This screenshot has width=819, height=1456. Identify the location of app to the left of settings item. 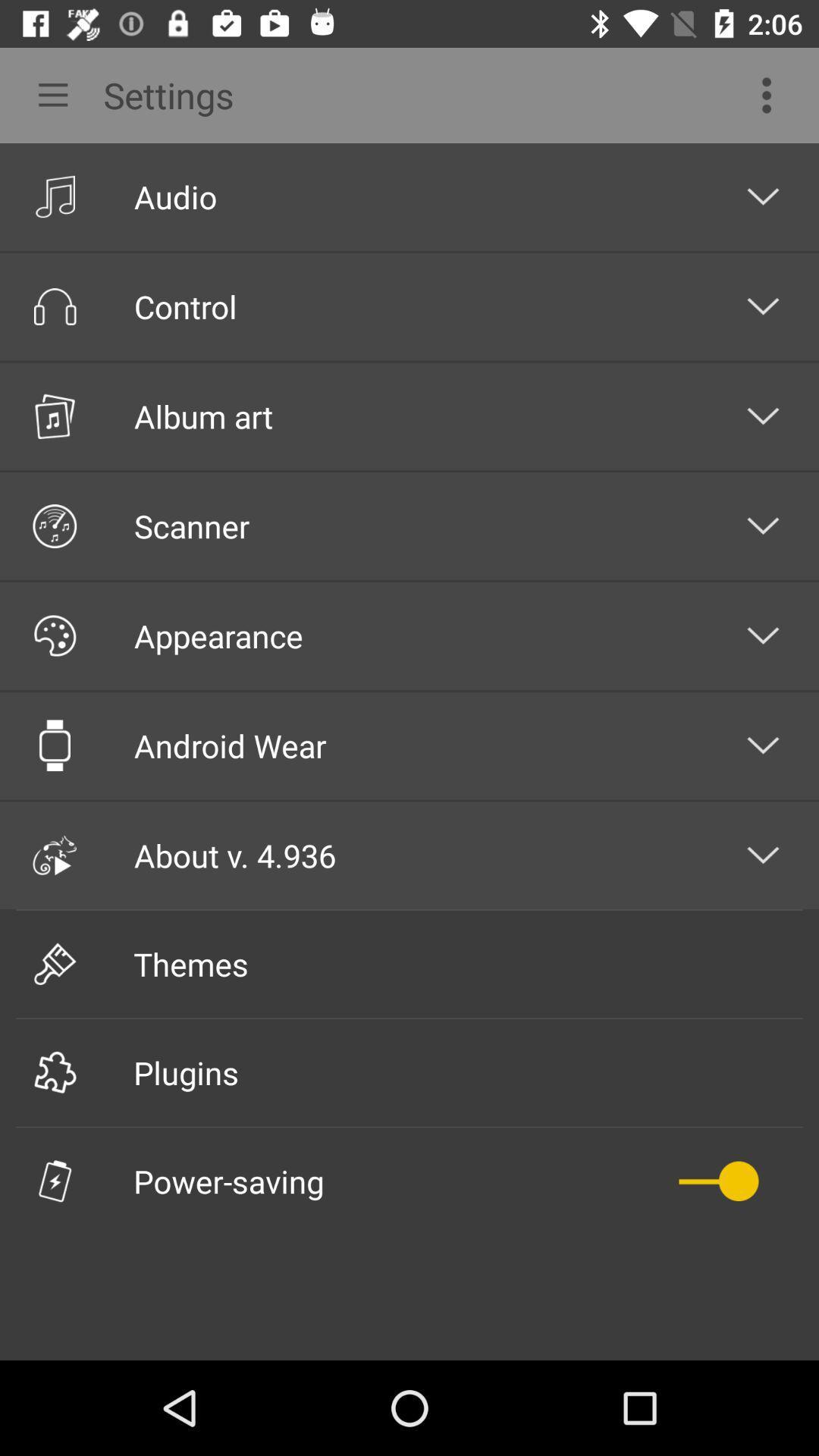
(46, 94).